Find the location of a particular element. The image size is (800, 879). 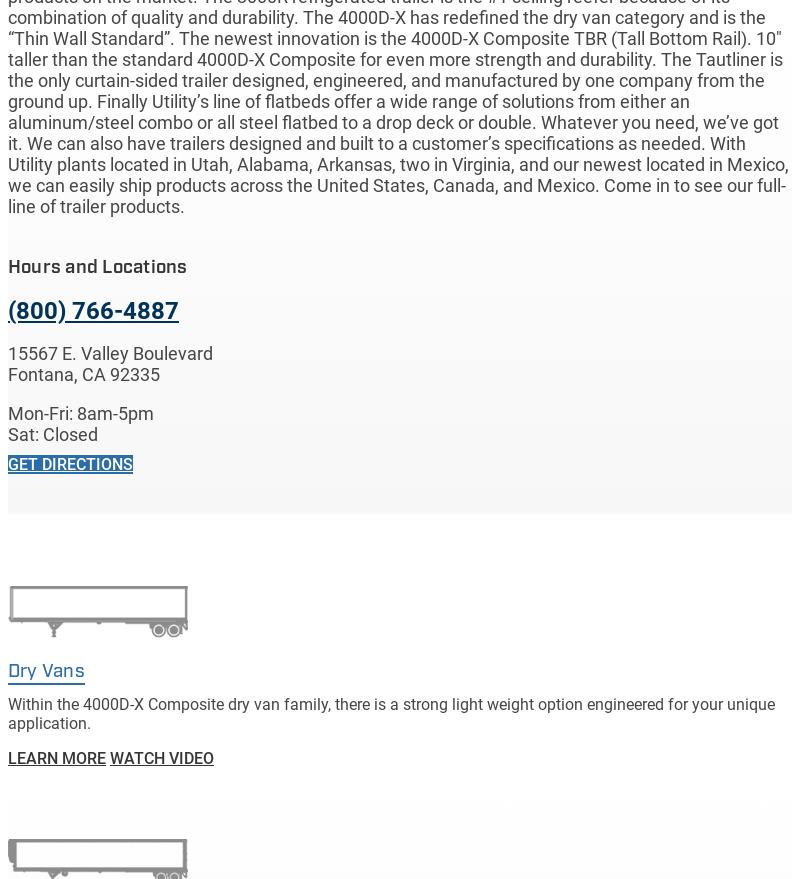

'Watch Video' is located at coordinates (162, 756).